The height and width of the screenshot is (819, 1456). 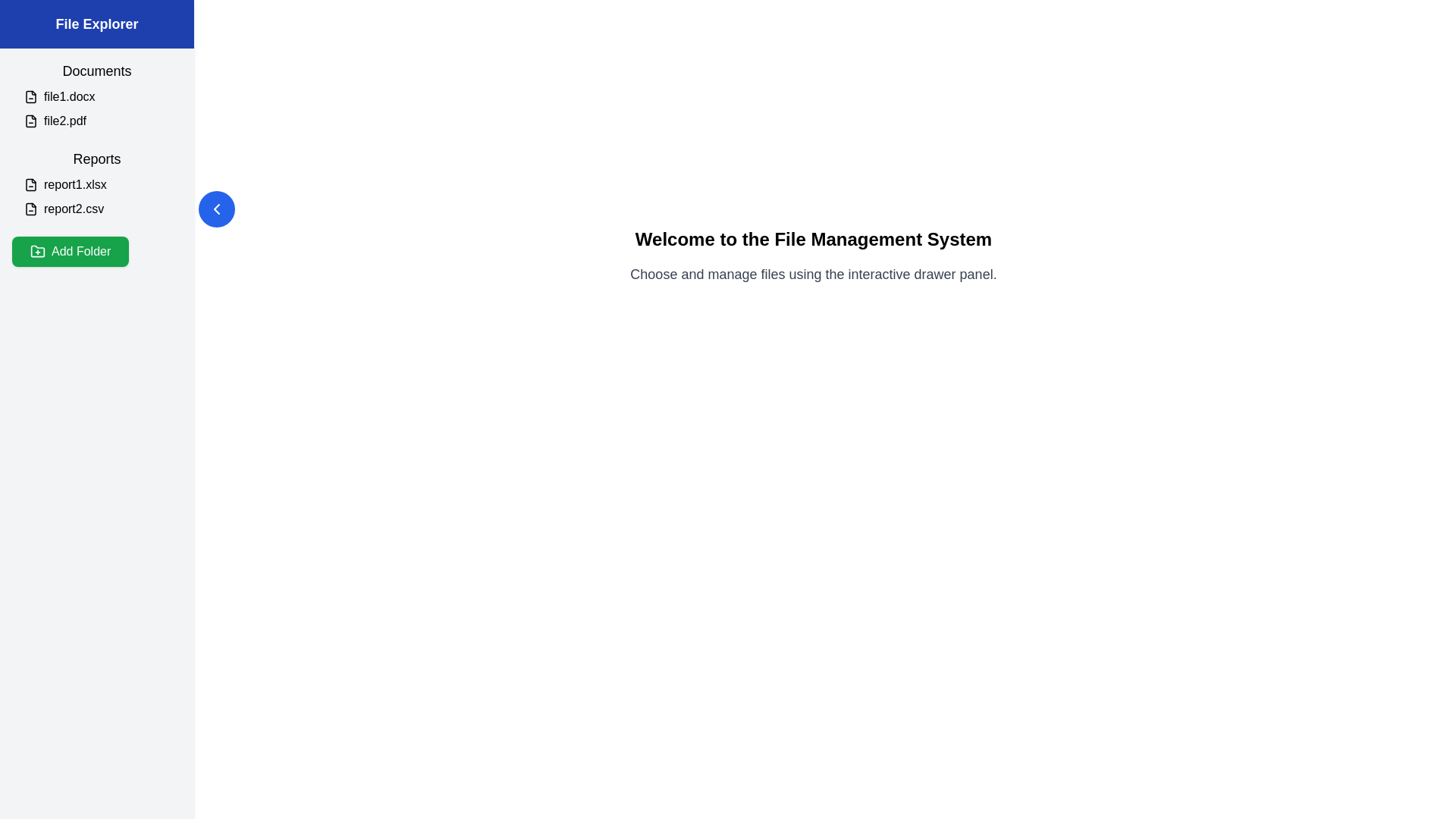 I want to click on the left-facing chevron arrow SVG icon within the blue circular button located at the top-left area of the interface, so click(x=216, y=209).